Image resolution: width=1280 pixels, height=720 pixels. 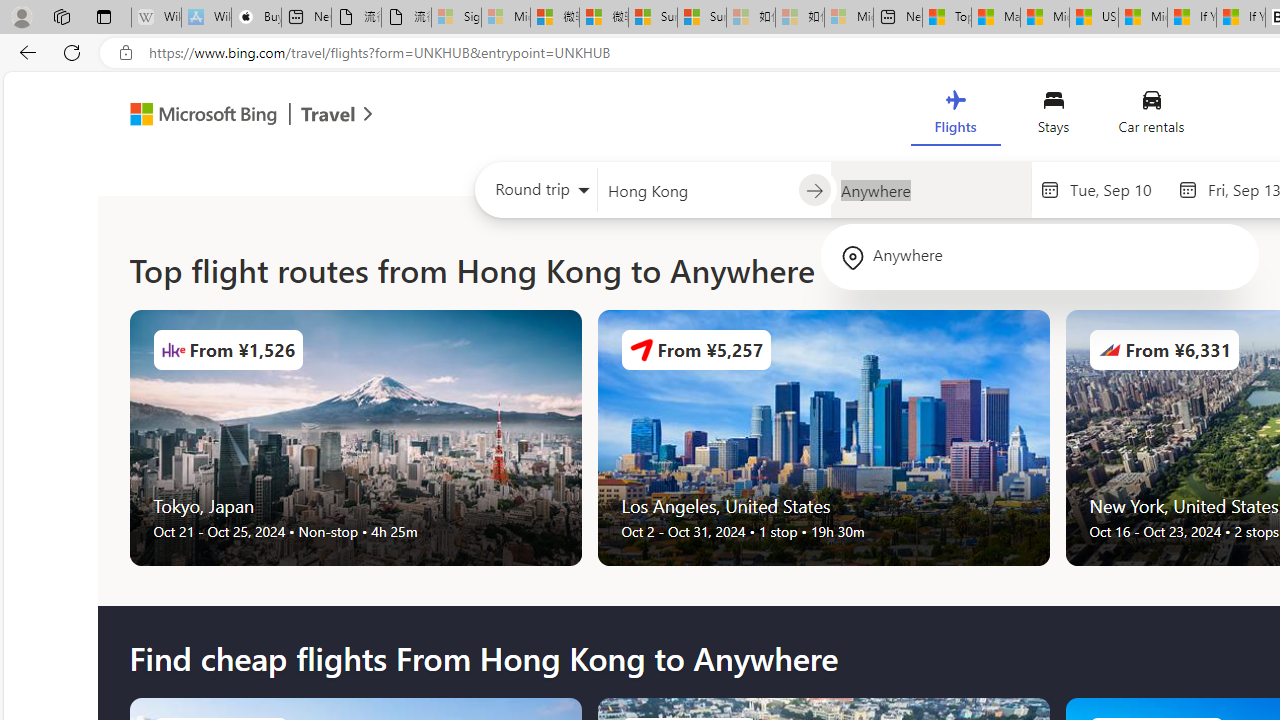 What do you see at coordinates (536, 194) in the screenshot?
I see `'Select trip type'` at bounding box center [536, 194].